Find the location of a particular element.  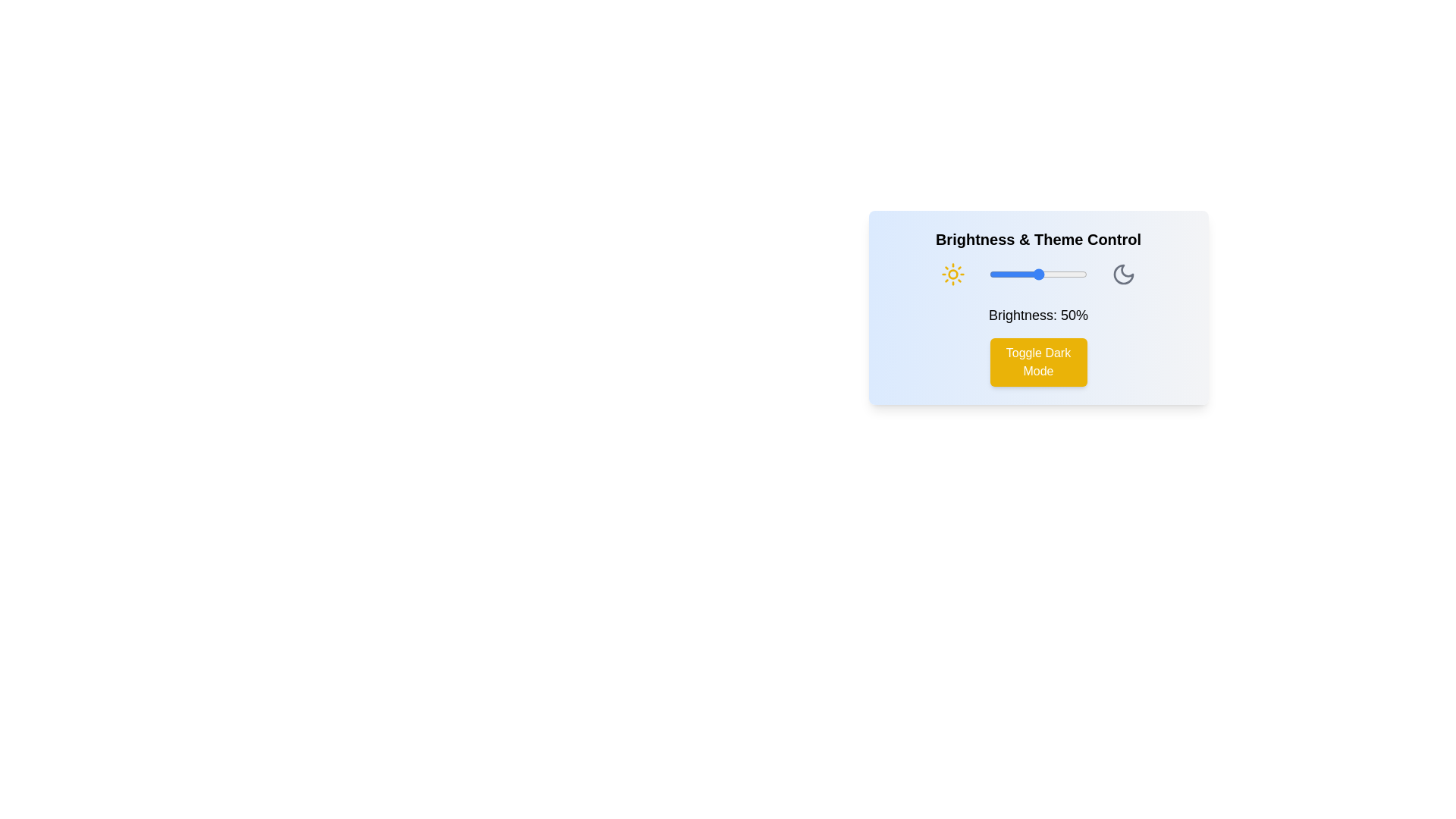

the 'Toggle Dark Mode' button to switch between light and dark themes is located at coordinates (1037, 362).